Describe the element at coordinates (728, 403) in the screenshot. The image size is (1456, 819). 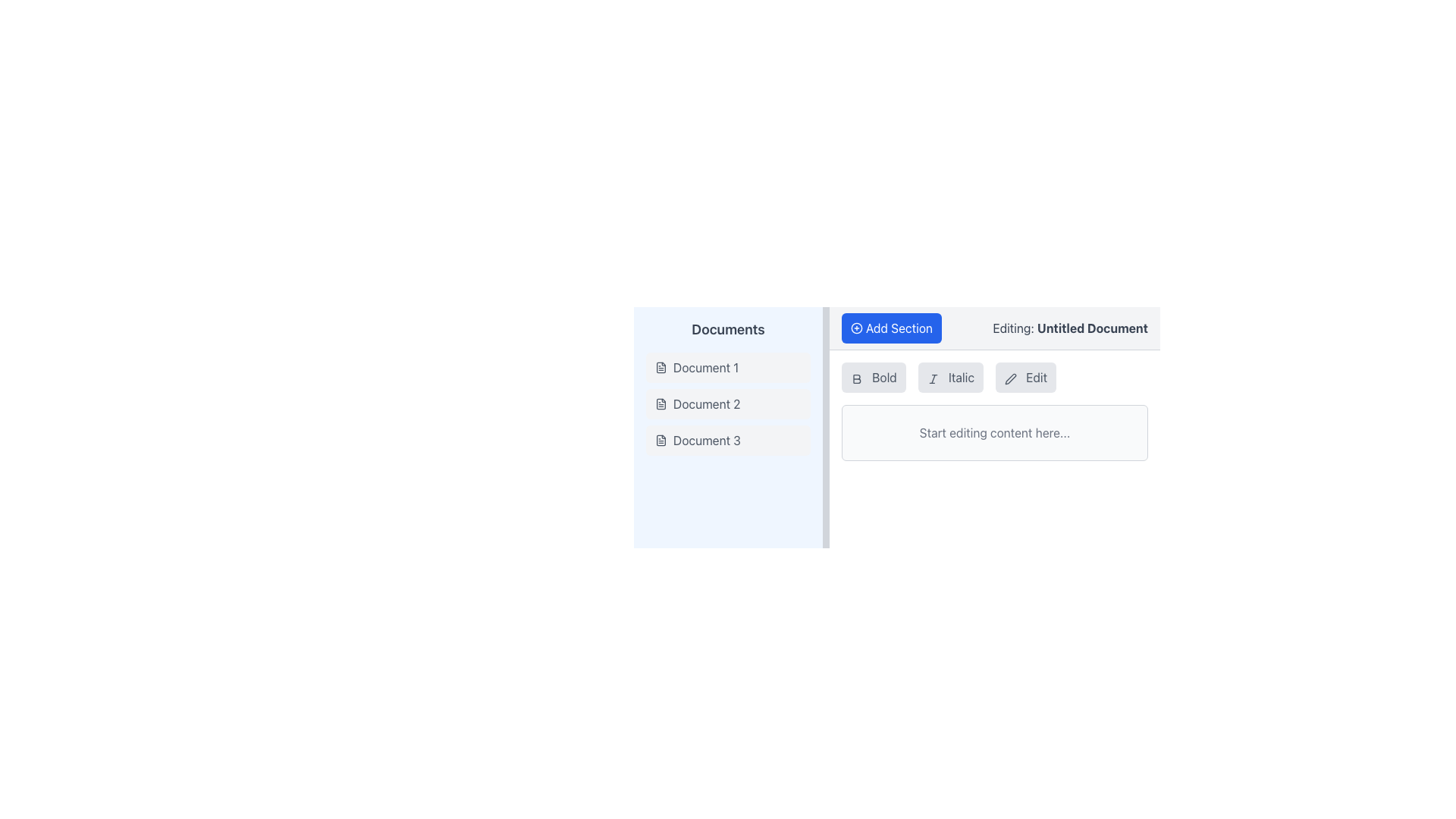
I see `the interactive list item labeled 'Document 2' to change its visual state` at that location.